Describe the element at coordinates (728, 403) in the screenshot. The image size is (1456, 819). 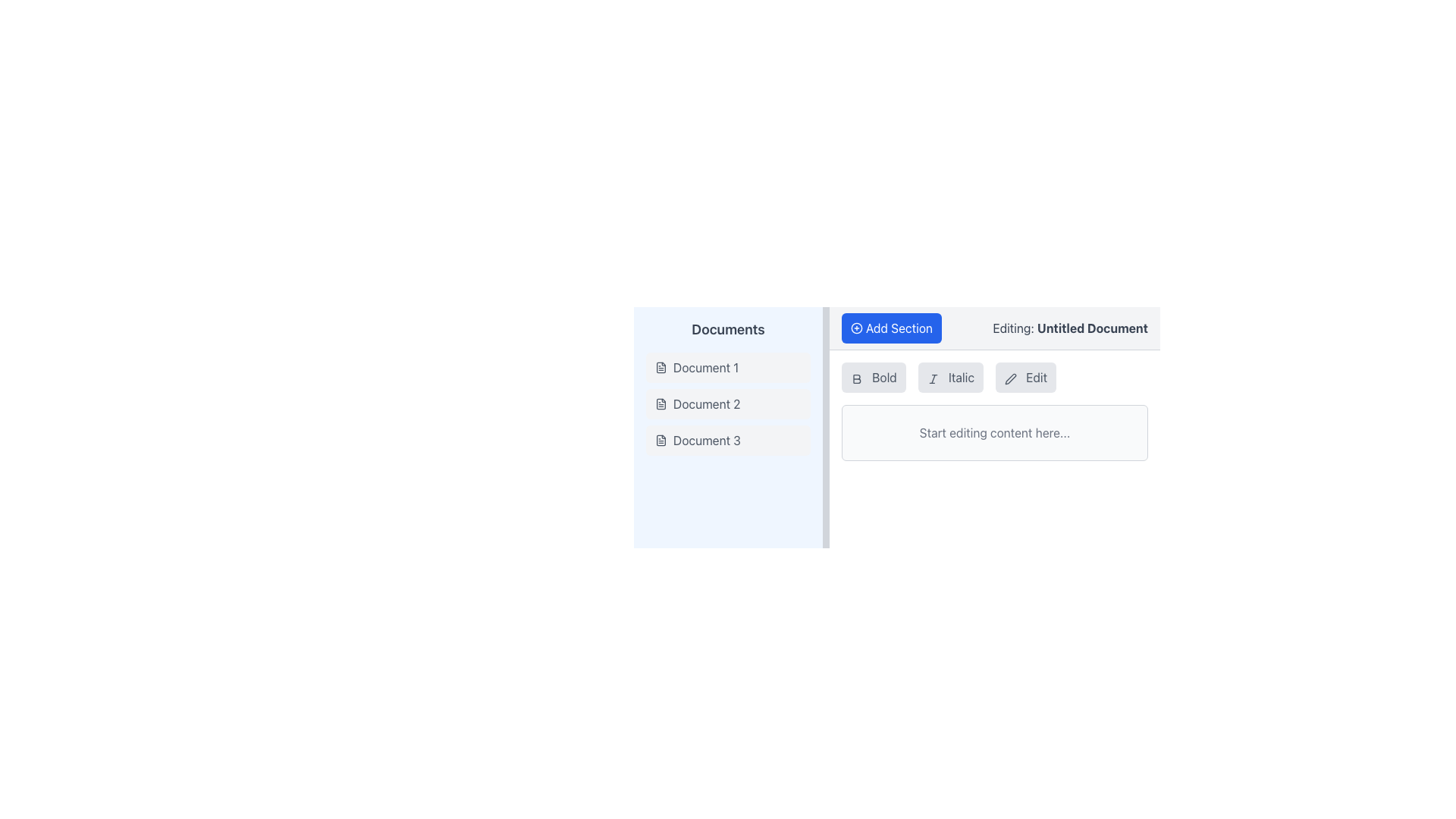
I see `the interactive list item labeled 'Document 2' to change its visual state` at that location.